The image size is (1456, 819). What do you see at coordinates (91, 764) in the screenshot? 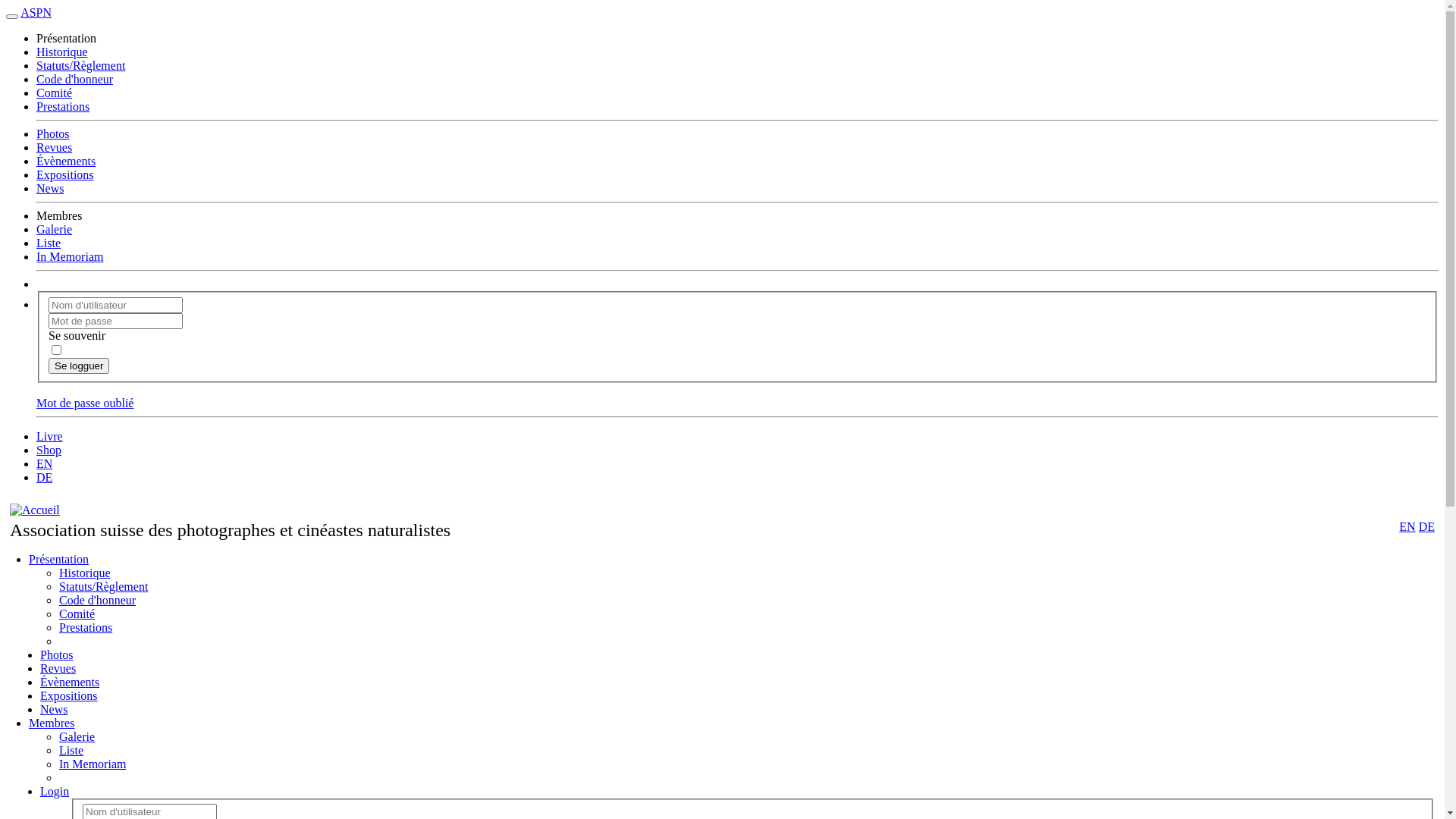
I see `'In Memoriam'` at bounding box center [91, 764].